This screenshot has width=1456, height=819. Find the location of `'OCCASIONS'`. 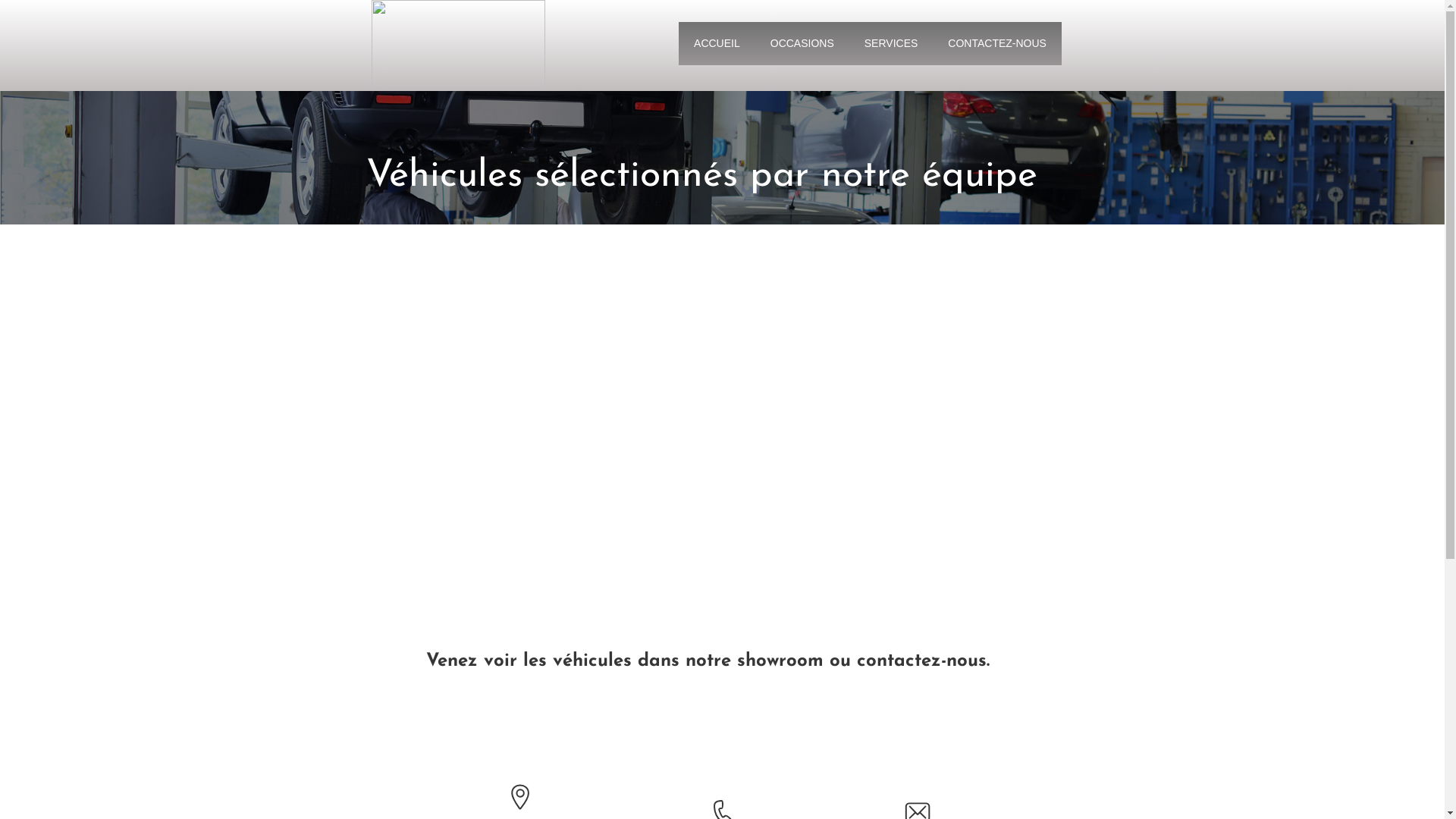

'OCCASIONS' is located at coordinates (755, 42).